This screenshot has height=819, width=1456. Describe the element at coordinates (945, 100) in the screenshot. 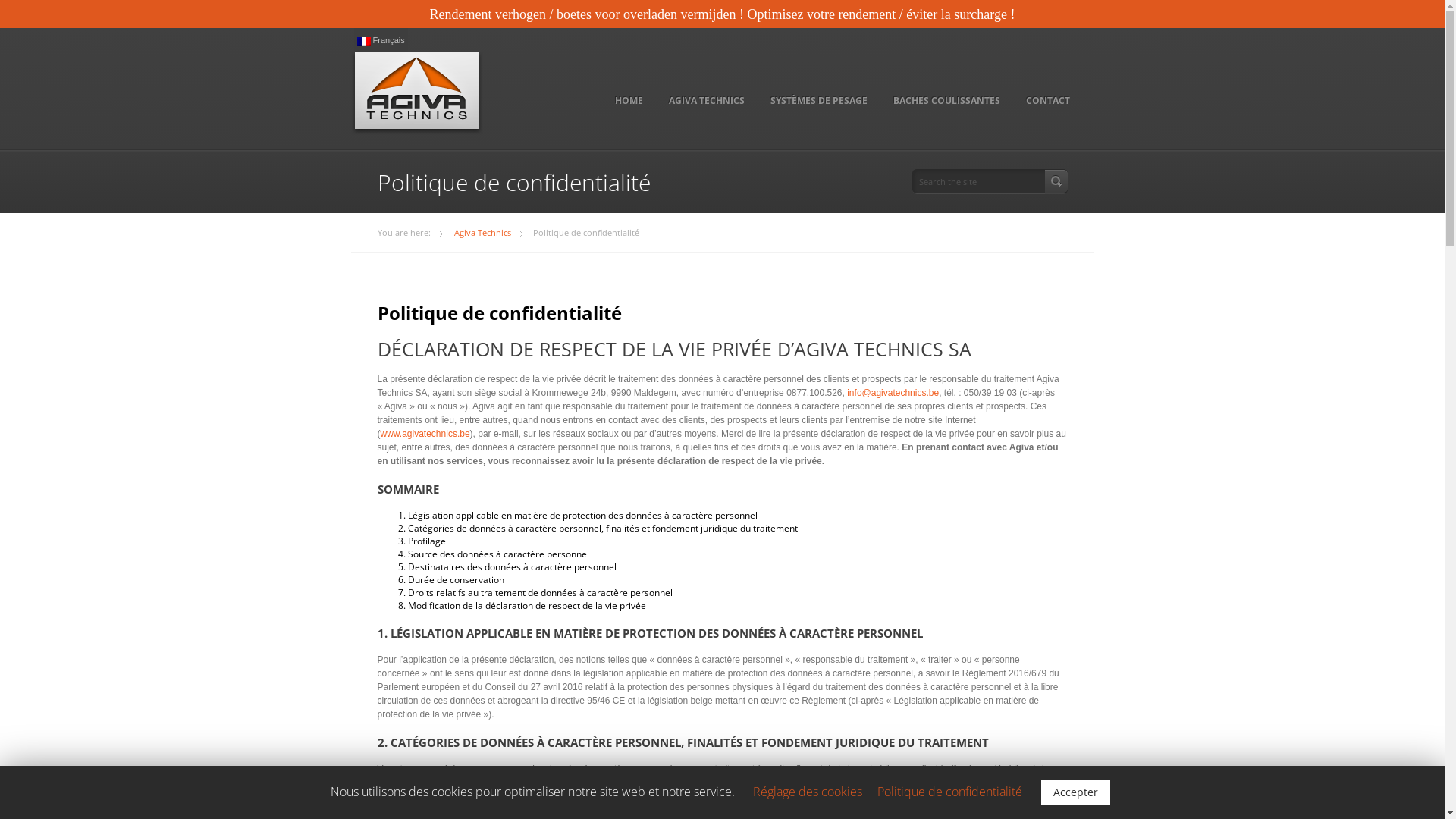

I see `'BACHES COULISSANTES'` at that location.